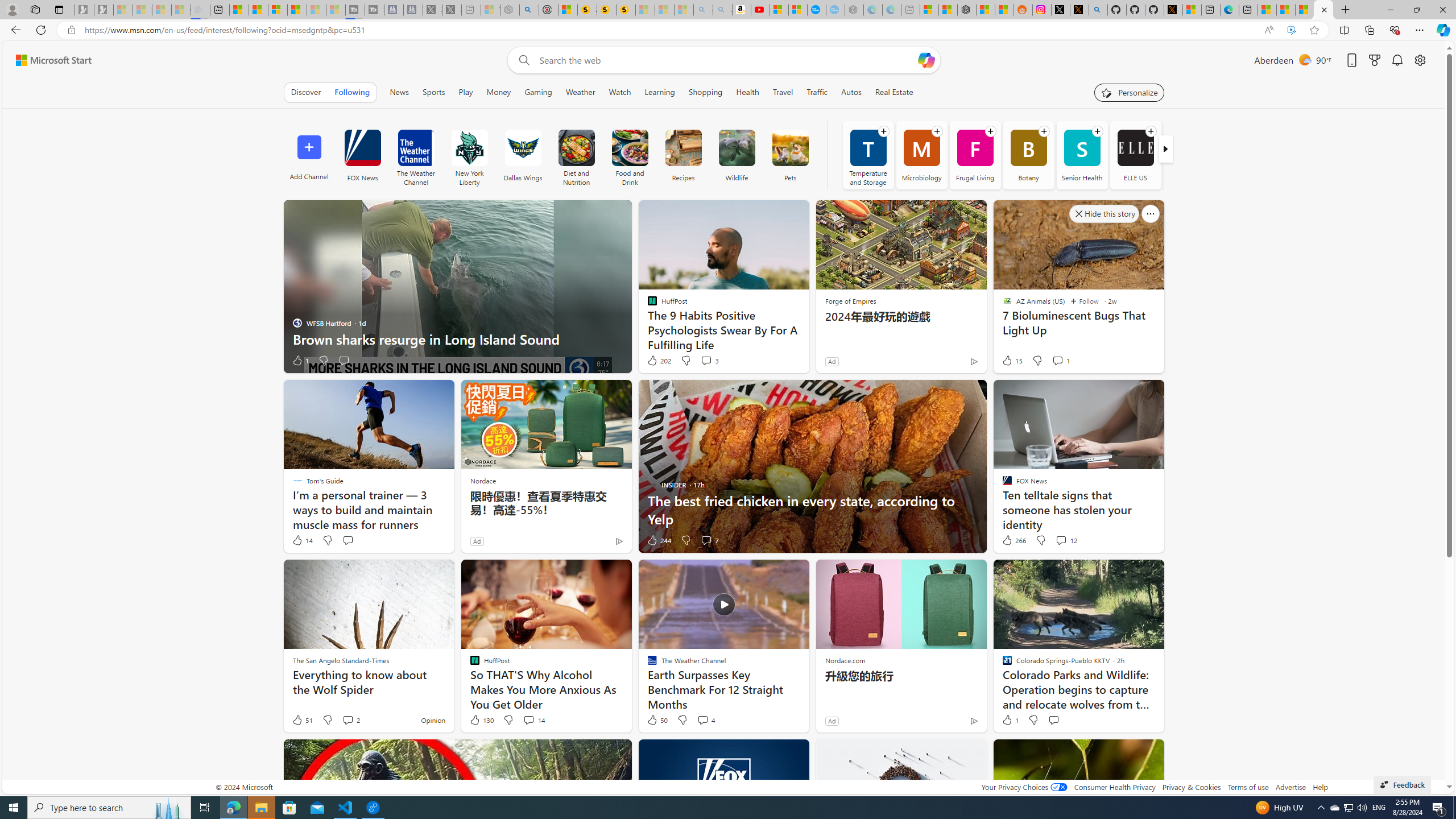 This screenshot has height=819, width=1456. Describe the element at coordinates (537, 92) in the screenshot. I see `'Gaming'` at that location.